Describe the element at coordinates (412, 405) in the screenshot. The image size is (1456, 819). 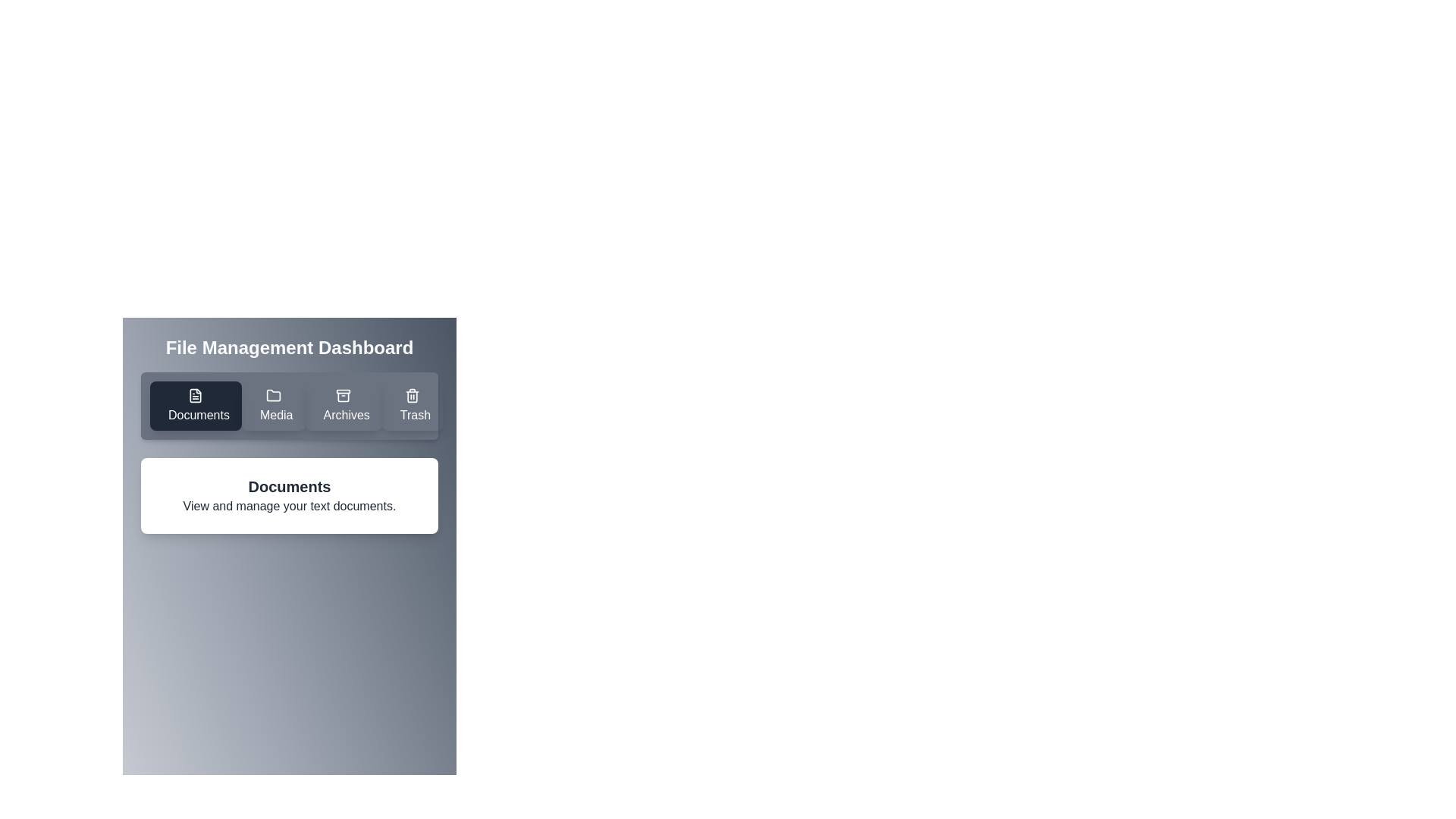
I see `the Trash tab by clicking on its button` at that location.